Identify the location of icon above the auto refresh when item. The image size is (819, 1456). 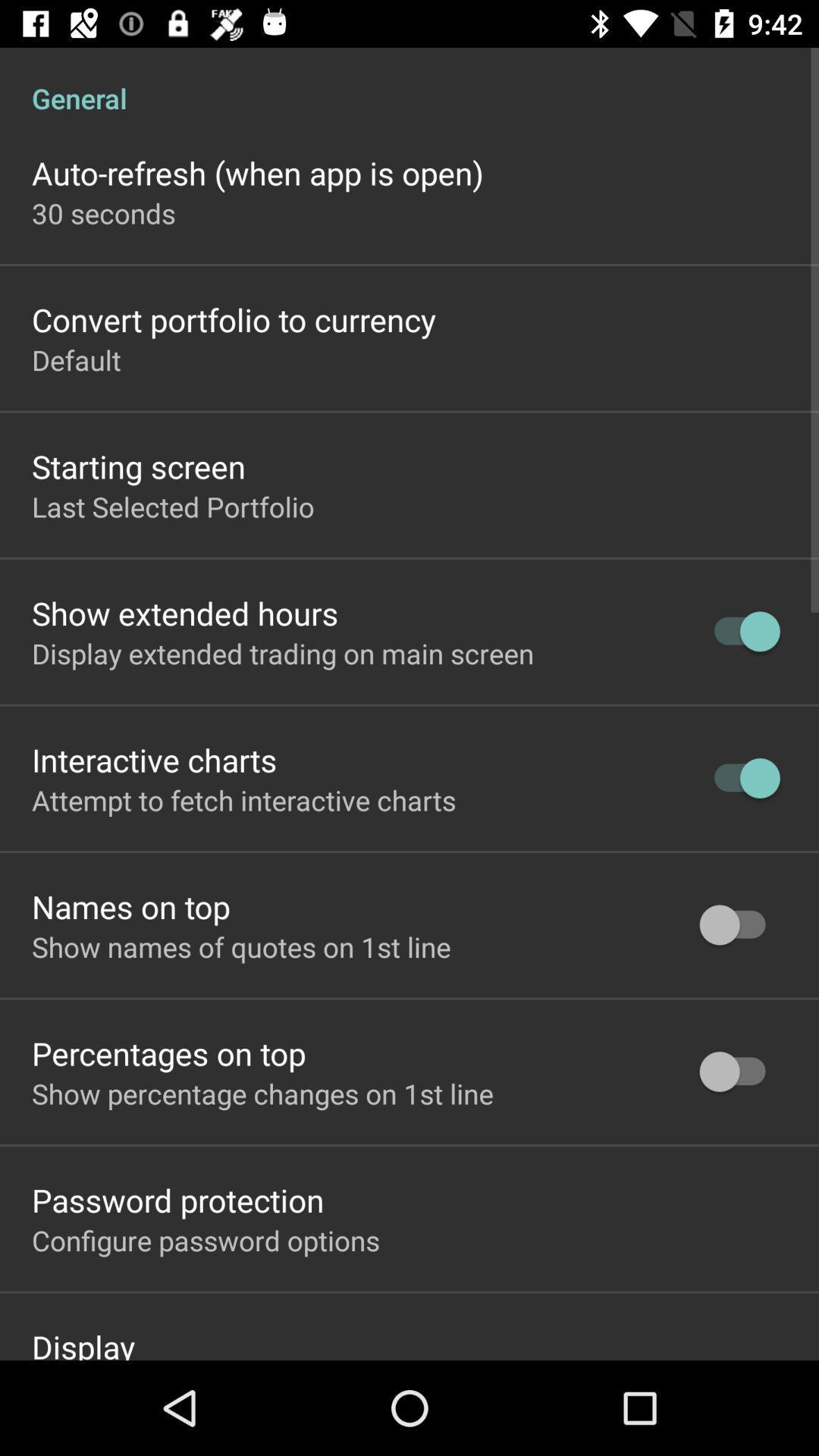
(409, 81).